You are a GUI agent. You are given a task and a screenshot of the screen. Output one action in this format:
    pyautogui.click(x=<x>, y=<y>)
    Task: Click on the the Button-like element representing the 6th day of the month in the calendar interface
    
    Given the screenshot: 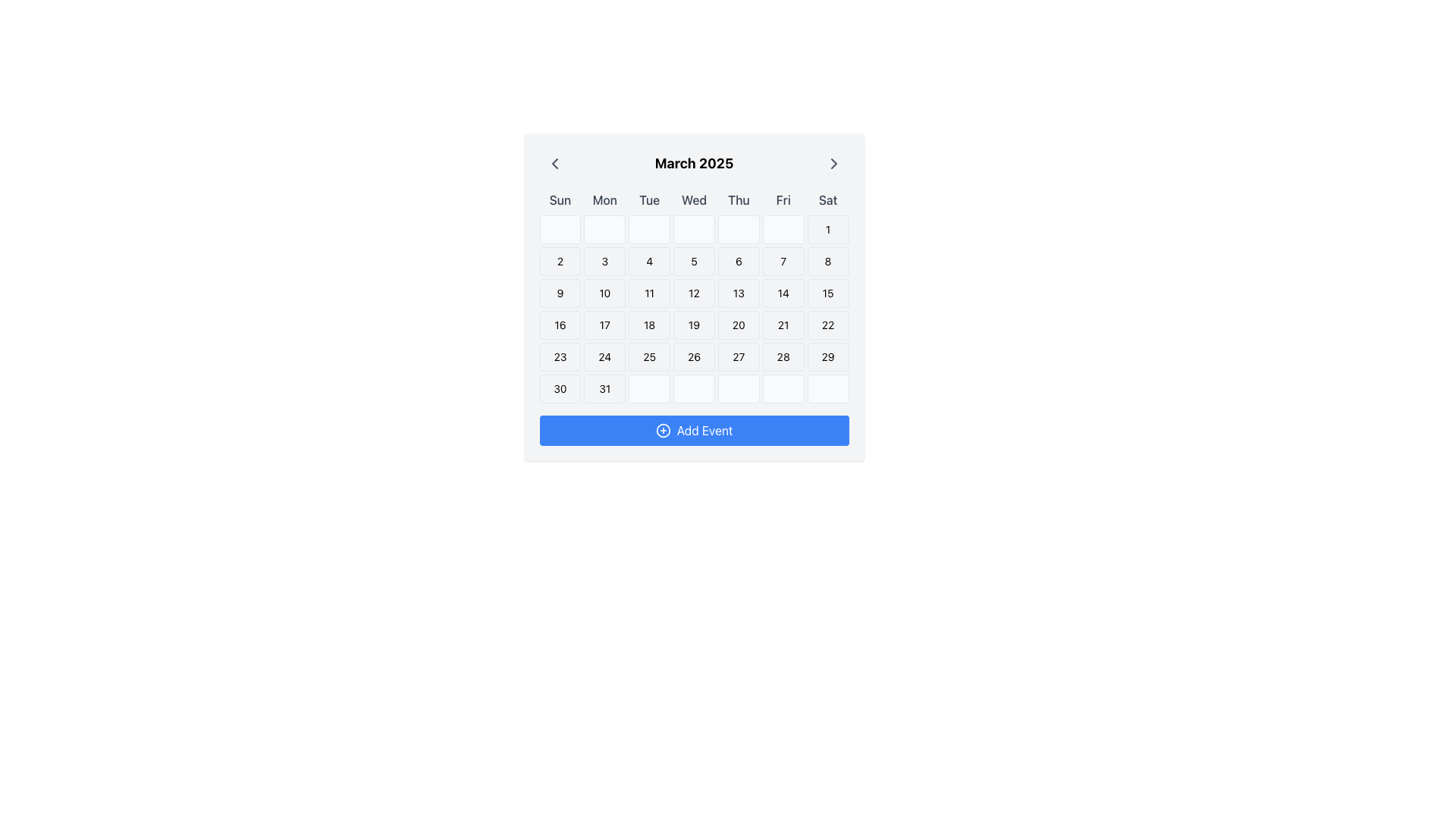 What is the action you would take?
    pyautogui.click(x=739, y=260)
    